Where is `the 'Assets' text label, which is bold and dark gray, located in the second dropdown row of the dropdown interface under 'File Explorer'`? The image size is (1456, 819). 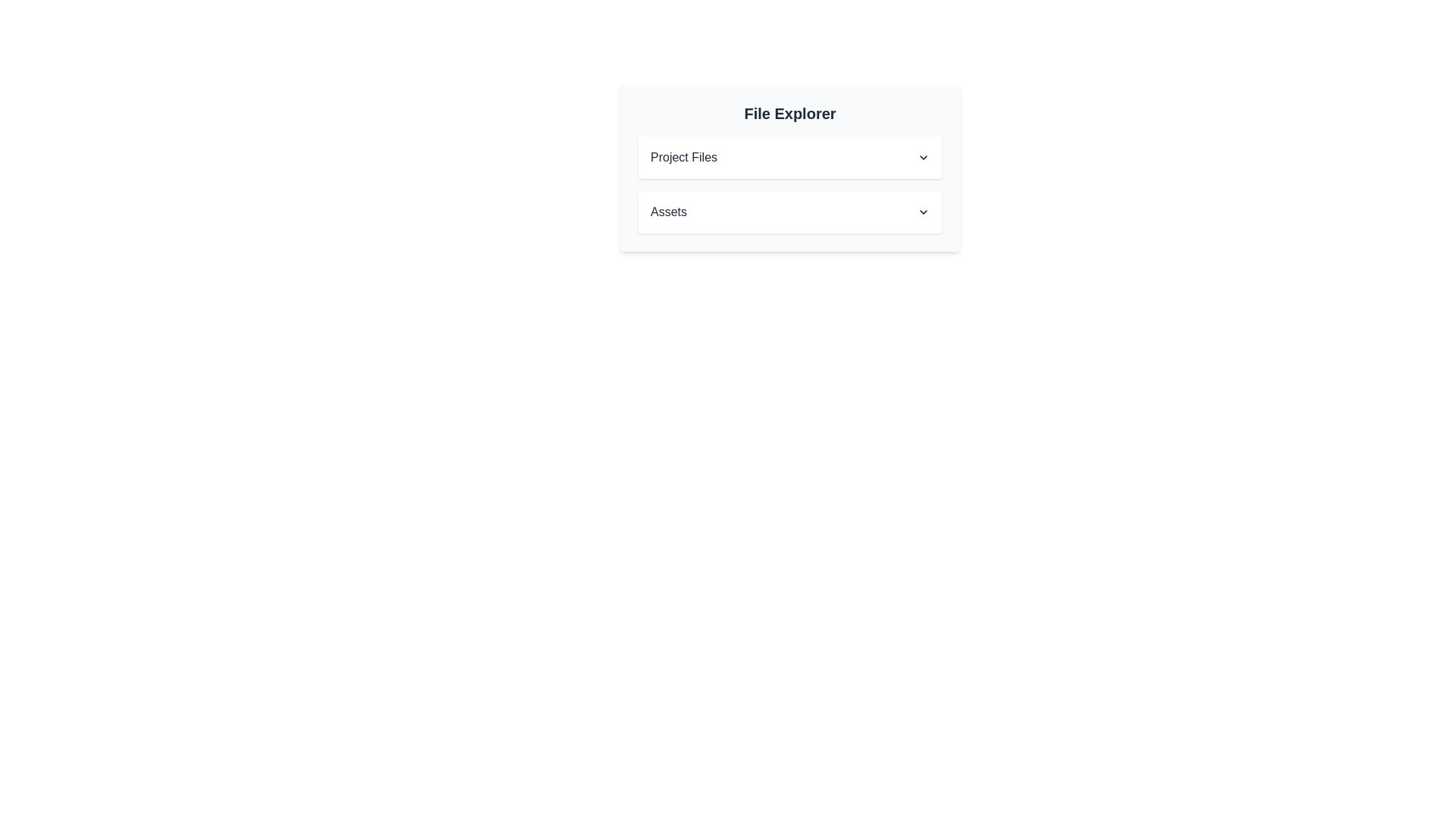
the 'Assets' text label, which is bold and dark gray, located in the second dropdown row of the dropdown interface under 'File Explorer' is located at coordinates (668, 212).